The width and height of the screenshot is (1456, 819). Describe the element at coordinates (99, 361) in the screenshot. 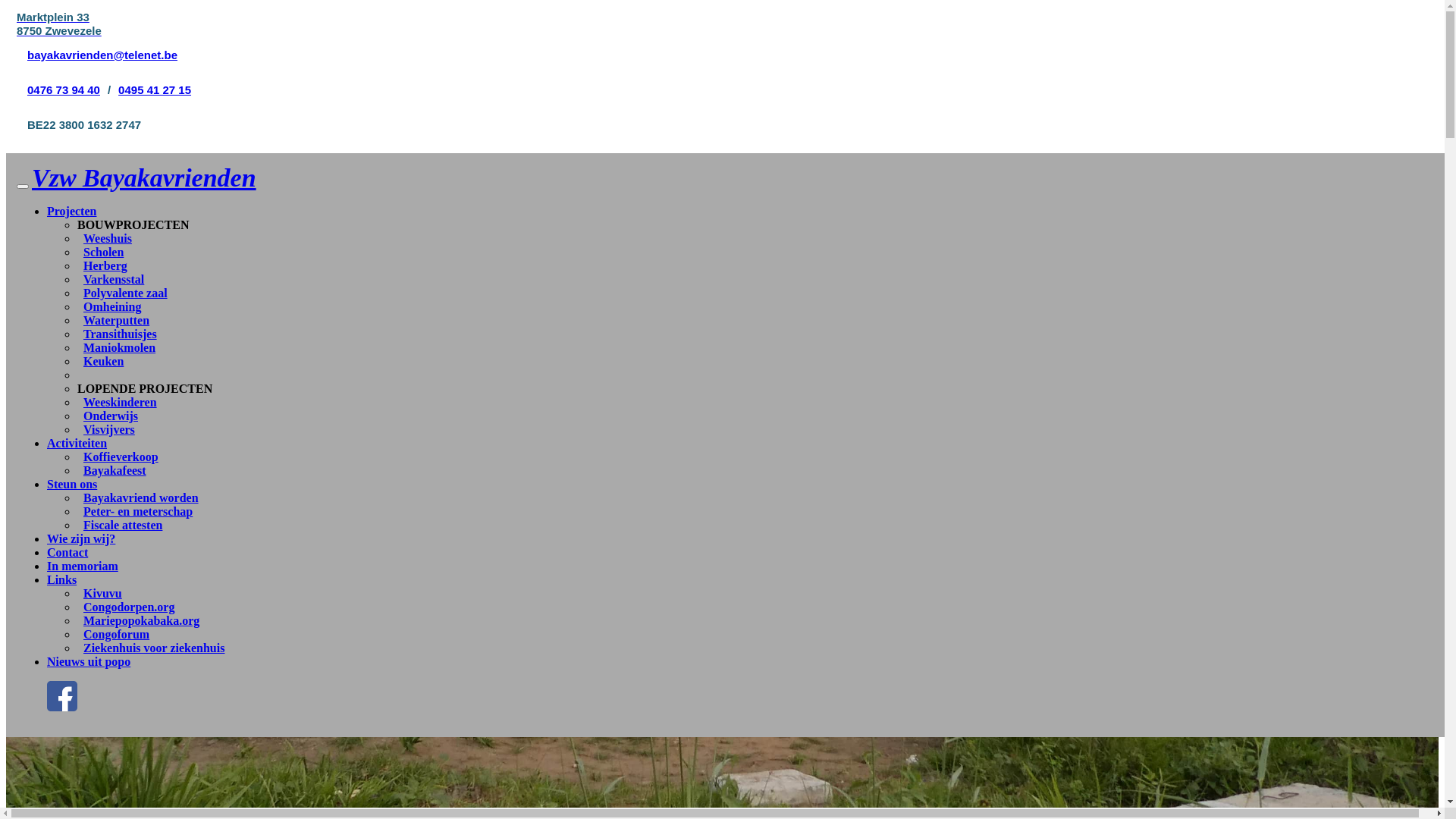

I see `'Keuken'` at that location.